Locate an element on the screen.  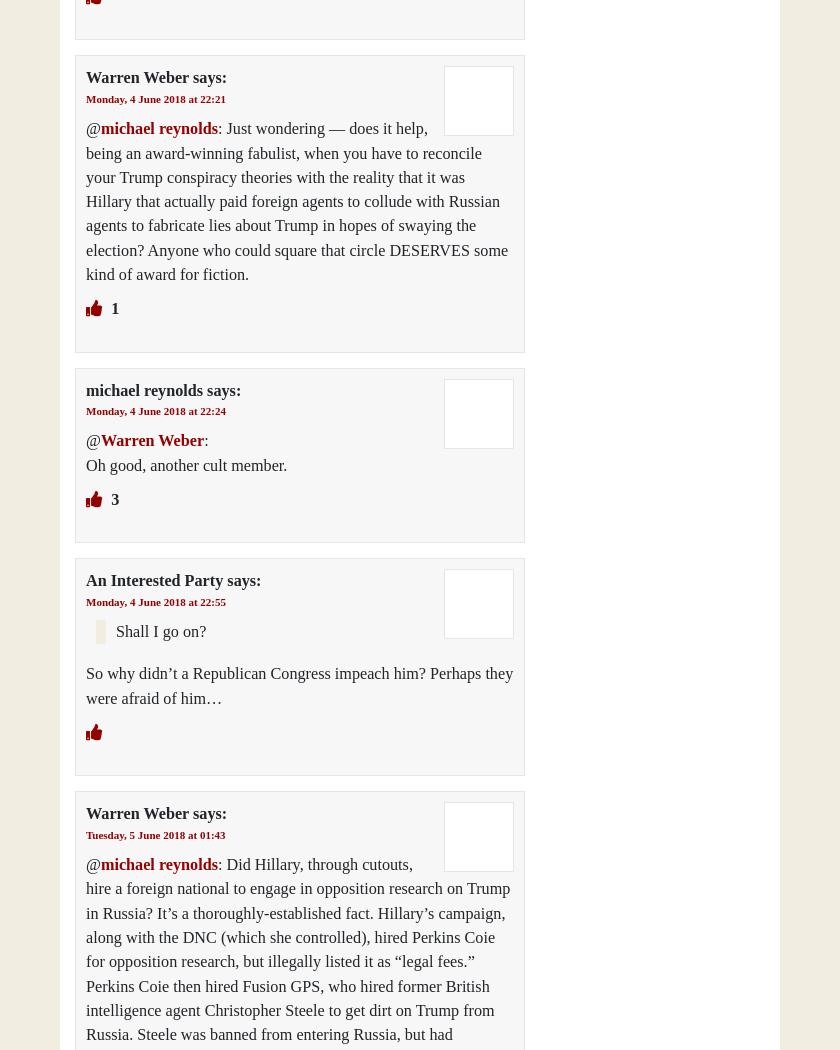
'1' is located at coordinates (113, 309).